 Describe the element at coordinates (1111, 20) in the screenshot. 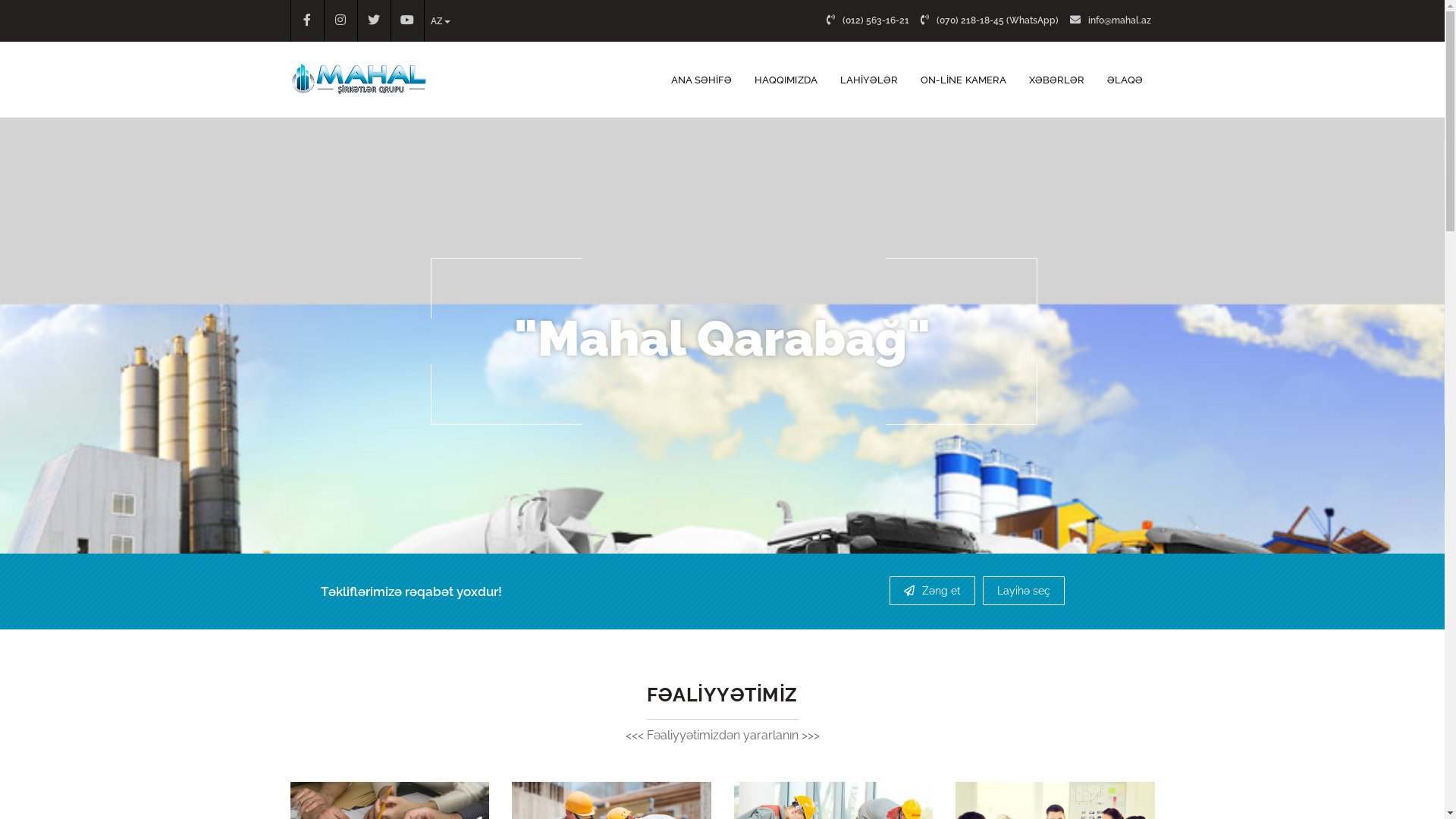

I see `'info@mahal.az'` at that location.